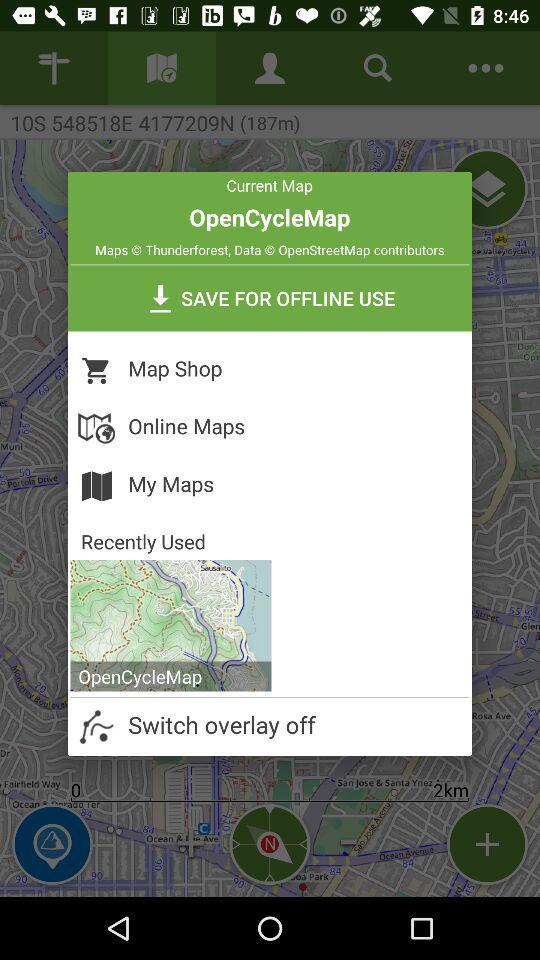 The height and width of the screenshot is (960, 540). Describe the element at coordinates (269, 297) in the screenshot. I see `icon above the map shop` at that location.